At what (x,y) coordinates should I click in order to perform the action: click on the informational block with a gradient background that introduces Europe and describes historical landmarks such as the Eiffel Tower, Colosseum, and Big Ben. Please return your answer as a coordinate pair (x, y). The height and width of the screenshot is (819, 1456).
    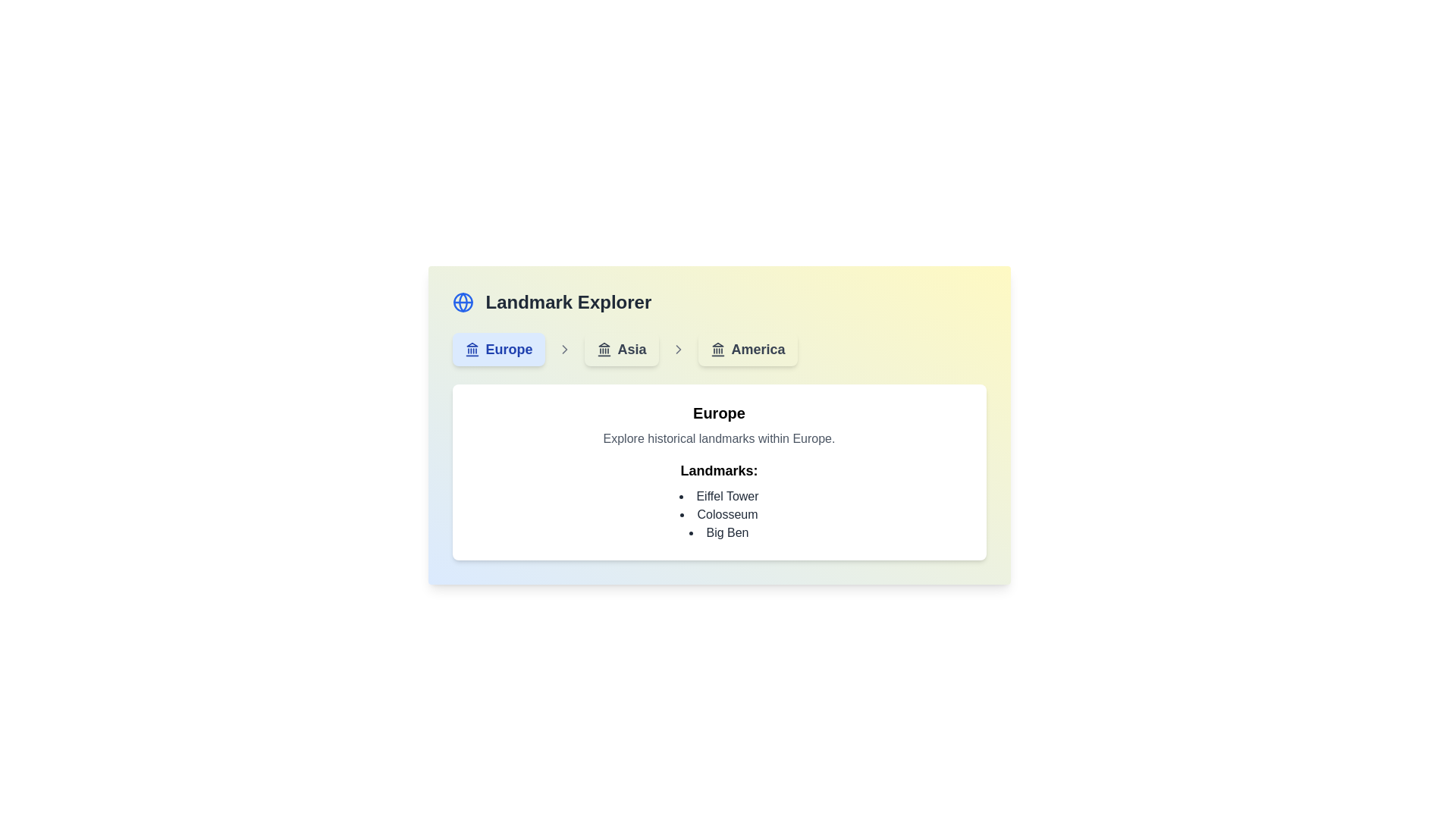
    Looking at the image, I should click on (718, 425).